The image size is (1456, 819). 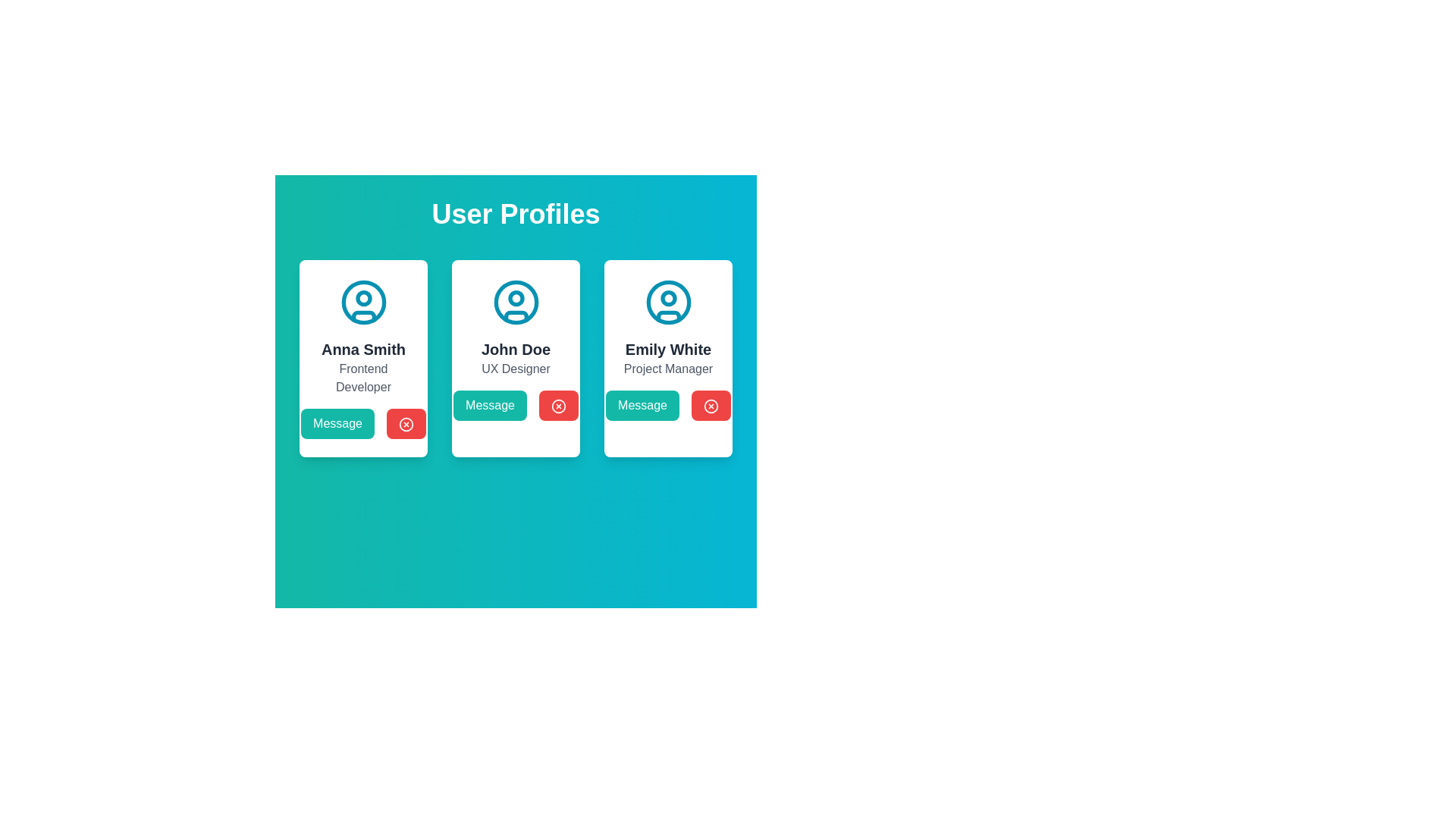 I want to click on the smaller circular graphic element located at the top center of the user avatar icon for 'Anna Smith' in the profile card, so click(x=362, y=298).